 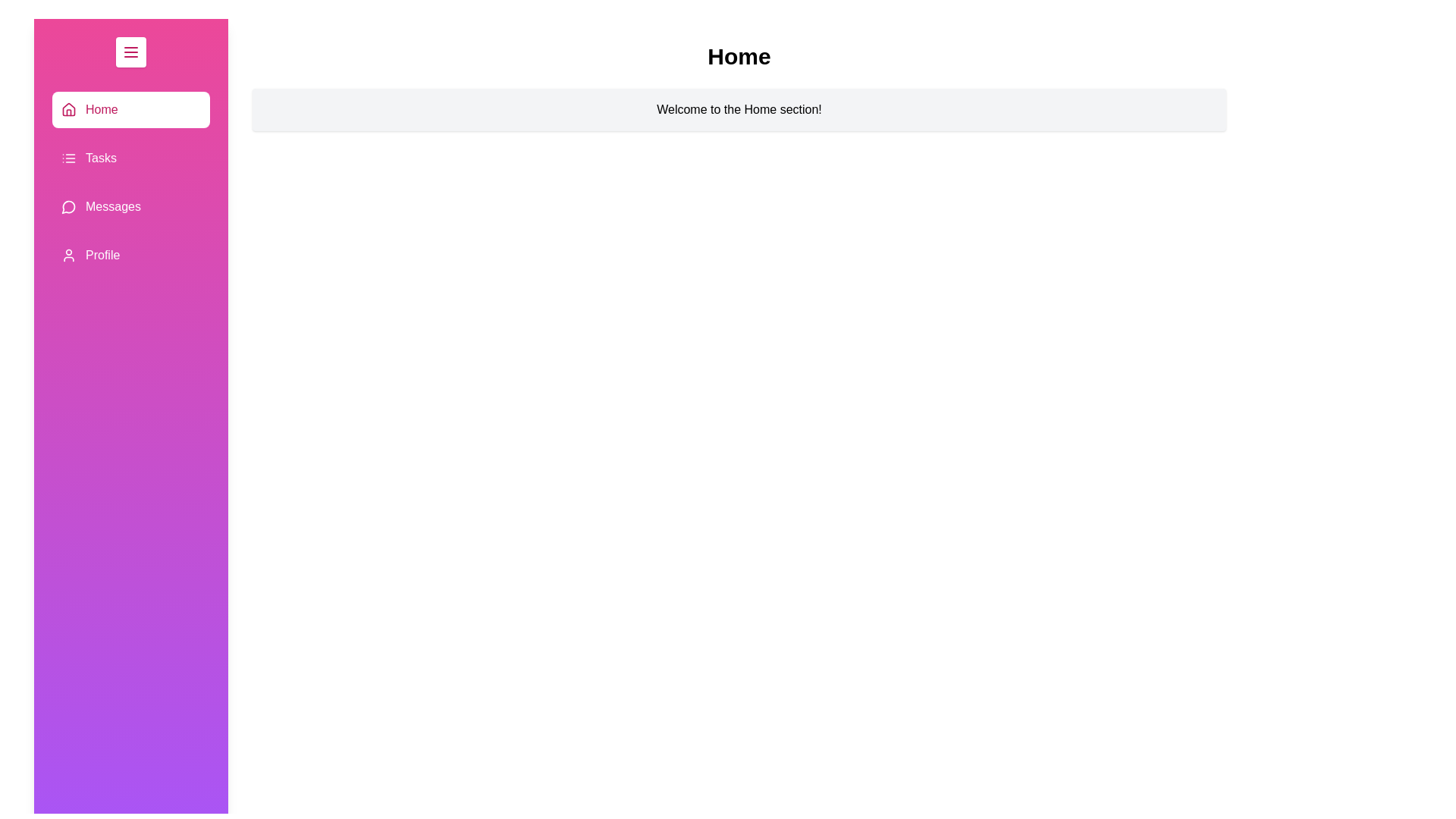 What do you see at coordinates (130, 52) in the screenshot?
I see `the toggle button to toggle the drawer open or closed` at bounding box center [130, 52].